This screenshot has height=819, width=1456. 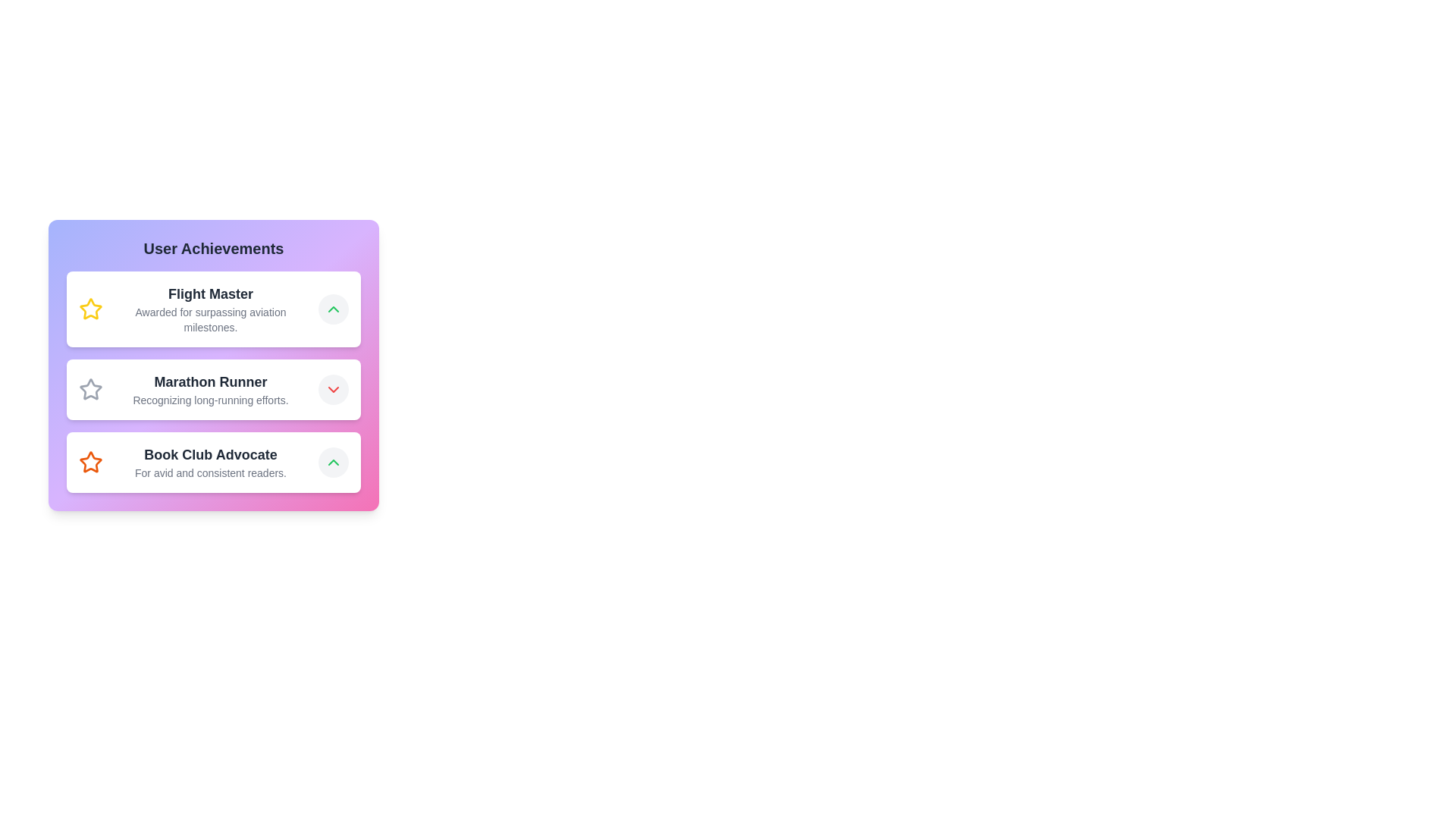 What do you see at coordinates (210, 309) in the screenshot?
I see `the 'Flight Master' text block, which displays the bold text 'Flight Master' and the smaller text 'Awarded for surpassing aviation milestones.' in the middle-left section of the 'User Achievements' list` at bounding box center [210, 309].